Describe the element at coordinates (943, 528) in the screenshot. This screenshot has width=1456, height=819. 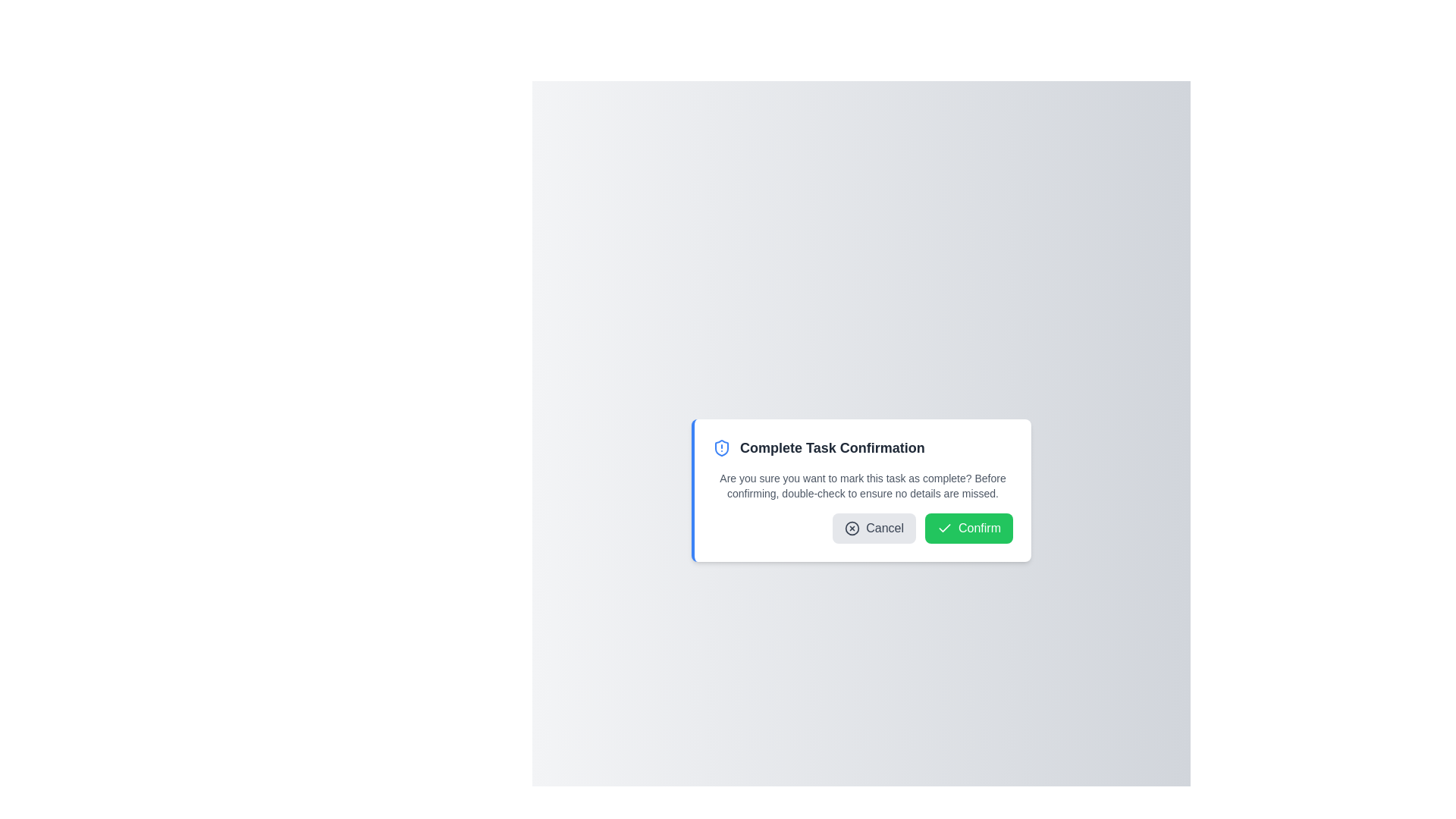
I see `the checkmark icon located to the left of the 'Confirm' text label within the 'Confirm' button at the bottom-right of the modal dialog box` at that location.